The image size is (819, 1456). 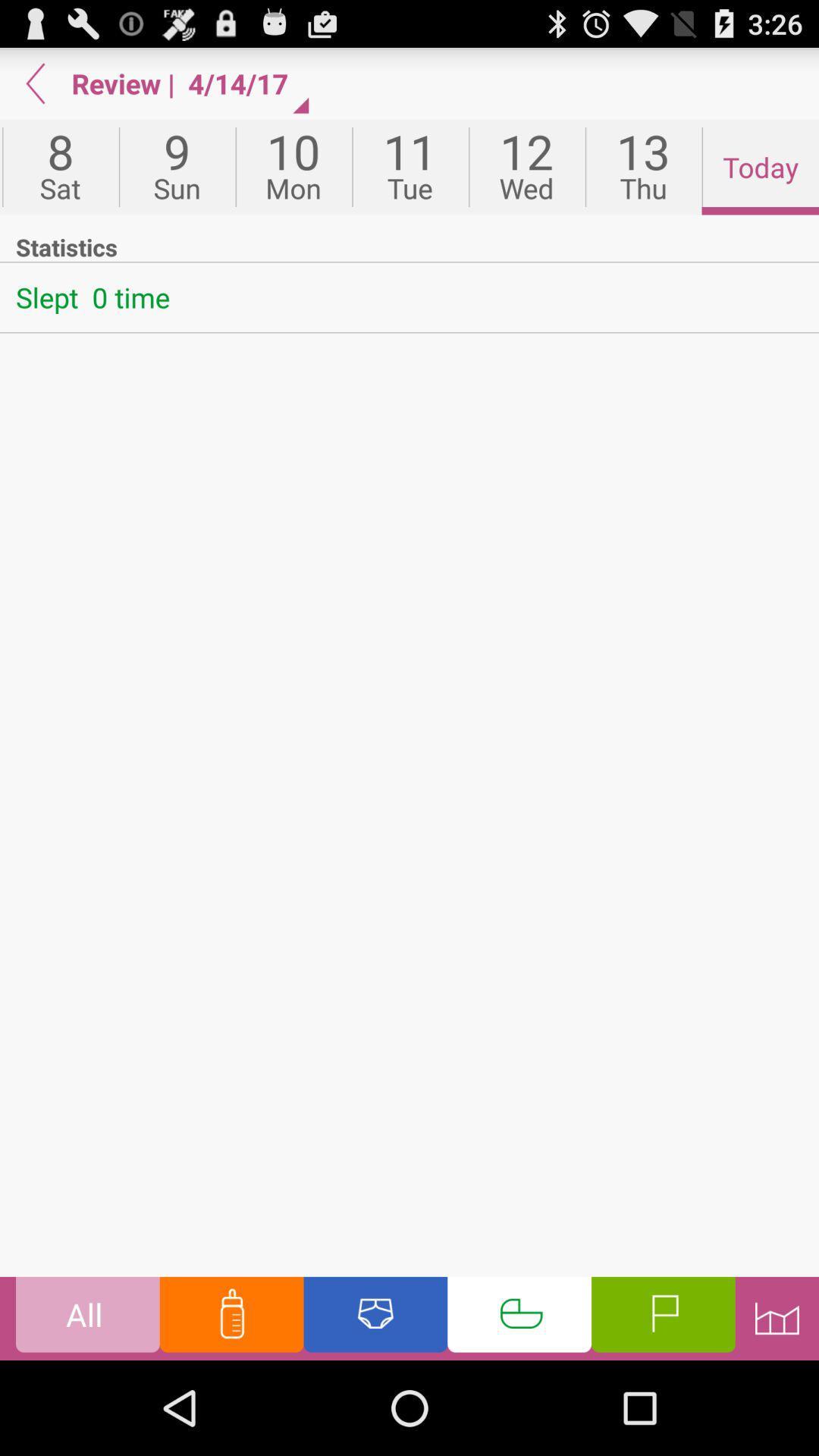 I want to click on the arrow_backward icon, so click(x=35, y=89).